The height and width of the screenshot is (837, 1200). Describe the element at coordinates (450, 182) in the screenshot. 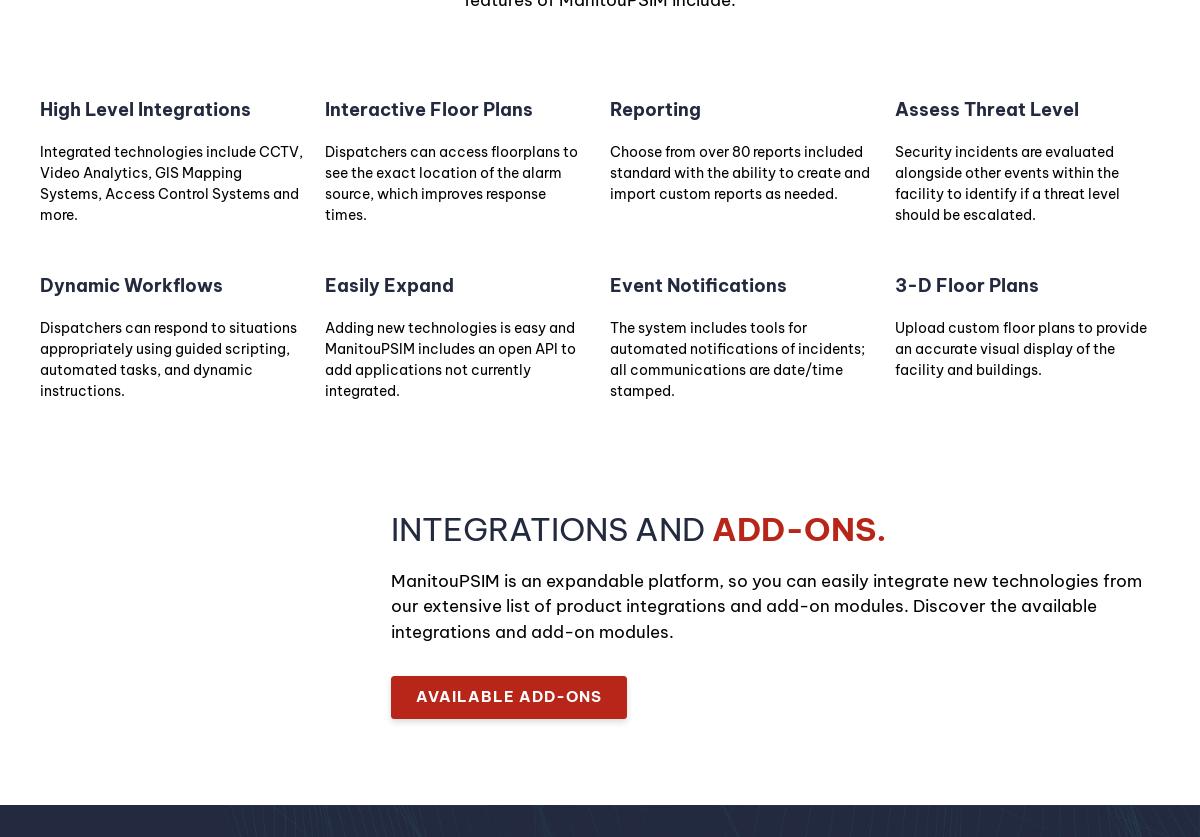

I see `'Dispatchers can access floorplans to see the exact location of the alarm source, which improves response times.'` at that location.